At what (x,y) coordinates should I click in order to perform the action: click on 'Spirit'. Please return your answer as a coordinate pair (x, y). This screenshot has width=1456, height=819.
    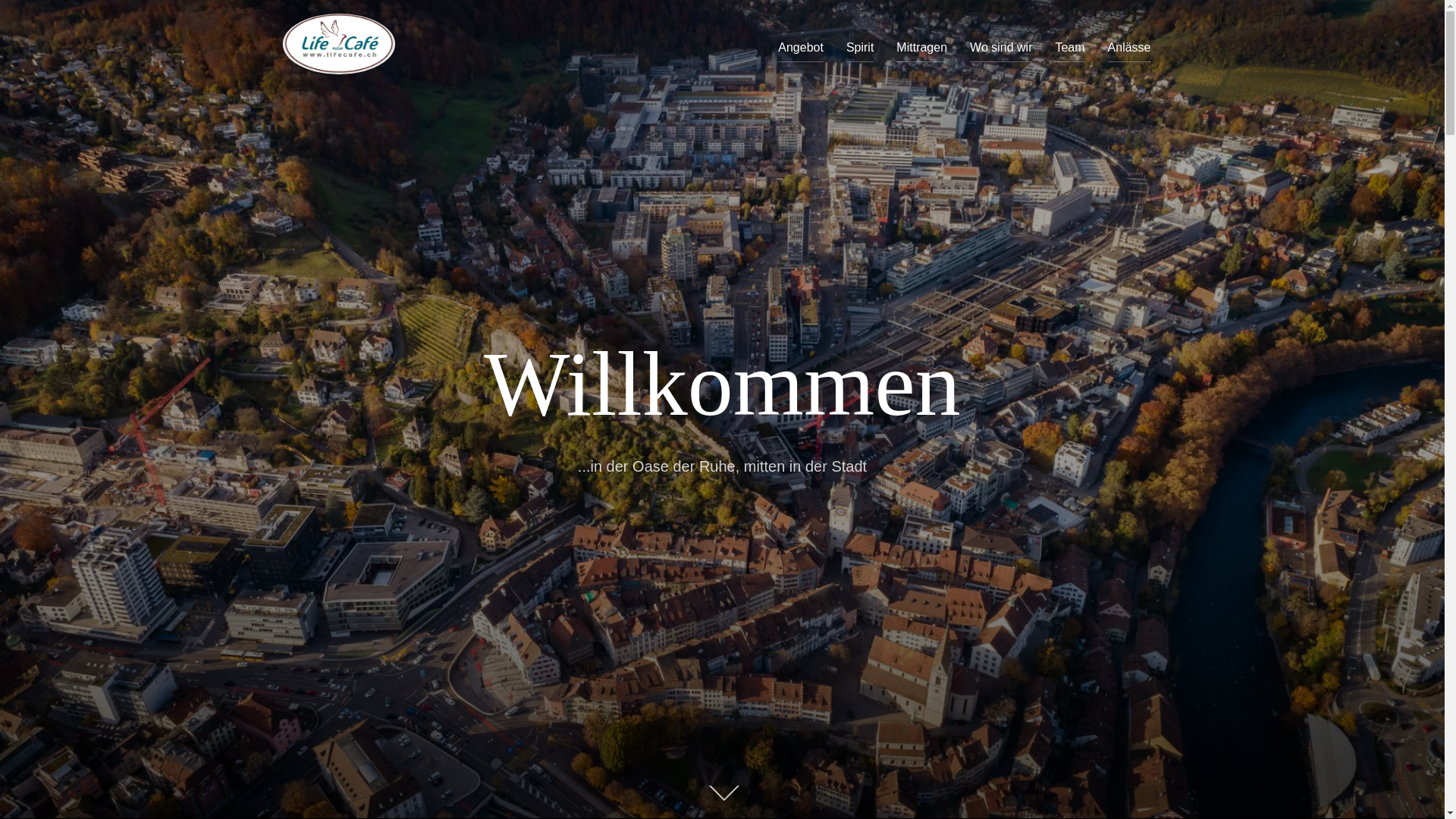
    Looking at the image, I should click on (859, 46).